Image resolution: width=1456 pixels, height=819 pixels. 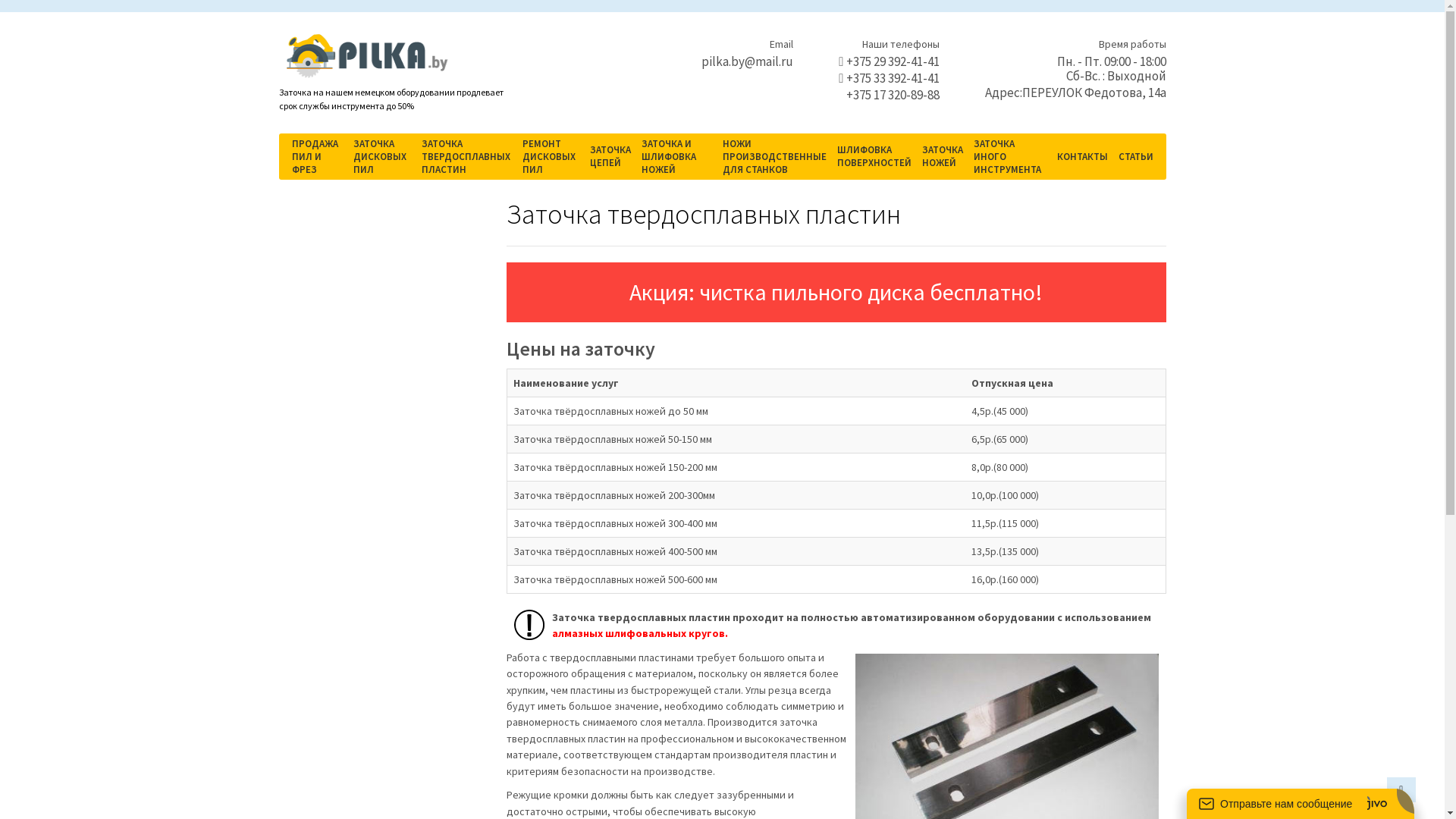 What do you see at coordinates (701, 61) in the screenshot?
I see `'pilka.by@mail.ru'` at bounding box center [701, 61].